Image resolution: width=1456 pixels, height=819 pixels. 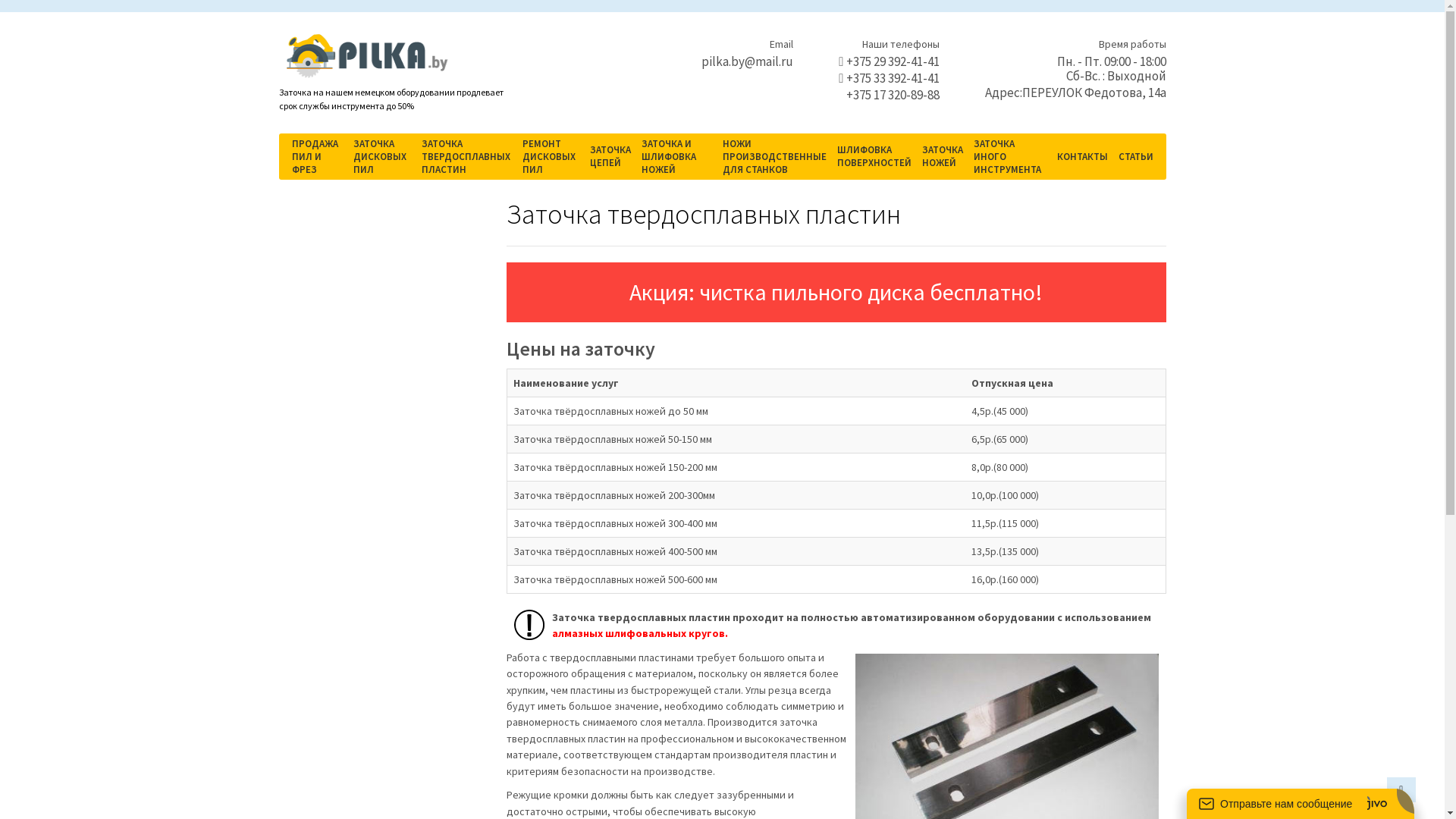 What do you see at coordinates (701, 61) in the screenshot?
I see `'pilka.by@mail.ru'` at bounding box center [701, 61].